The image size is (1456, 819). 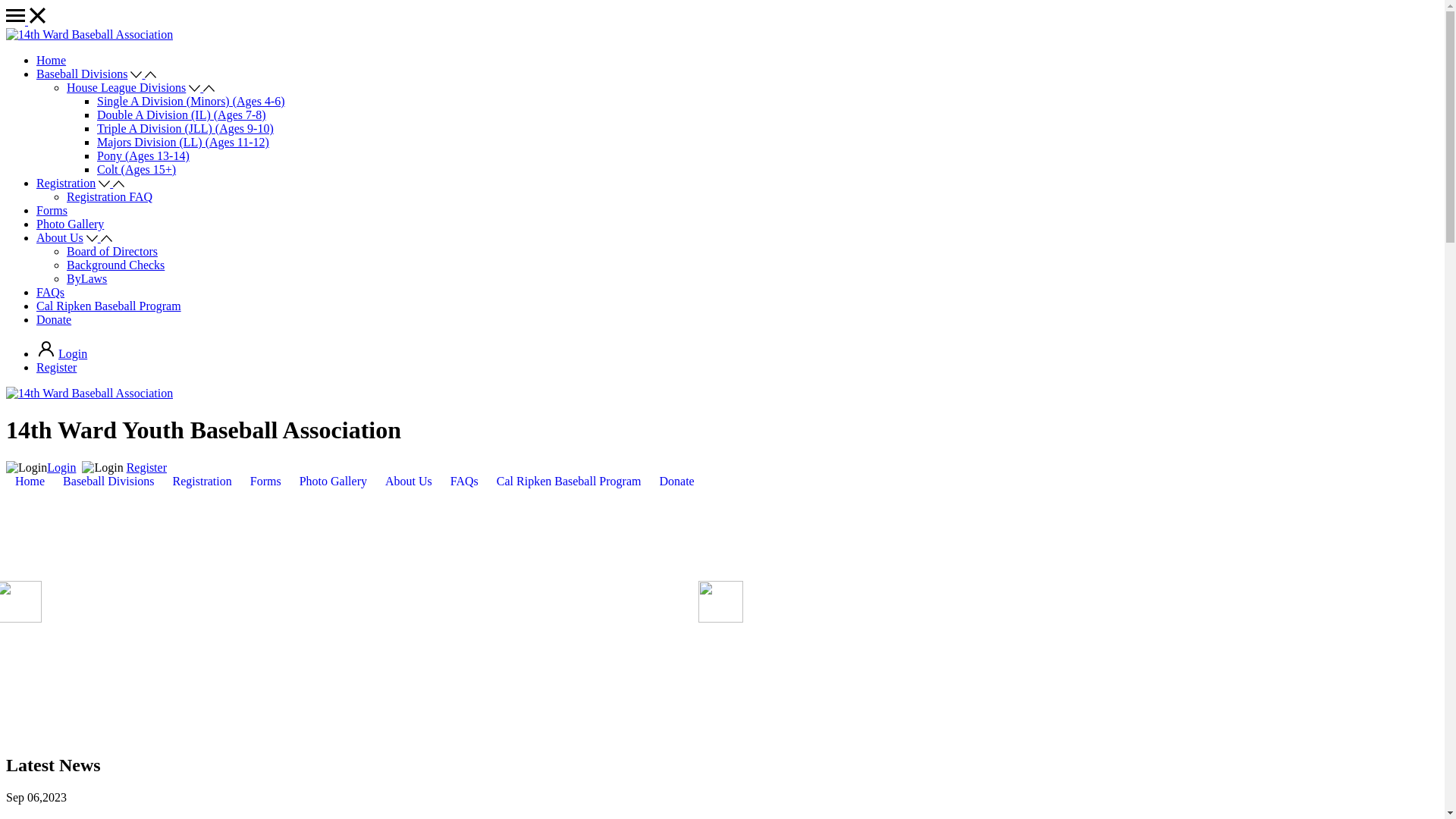 What do you see at coordinates (36, 182) in the screenshot?
I see `'Registration'` at bounding box center [36, 182].